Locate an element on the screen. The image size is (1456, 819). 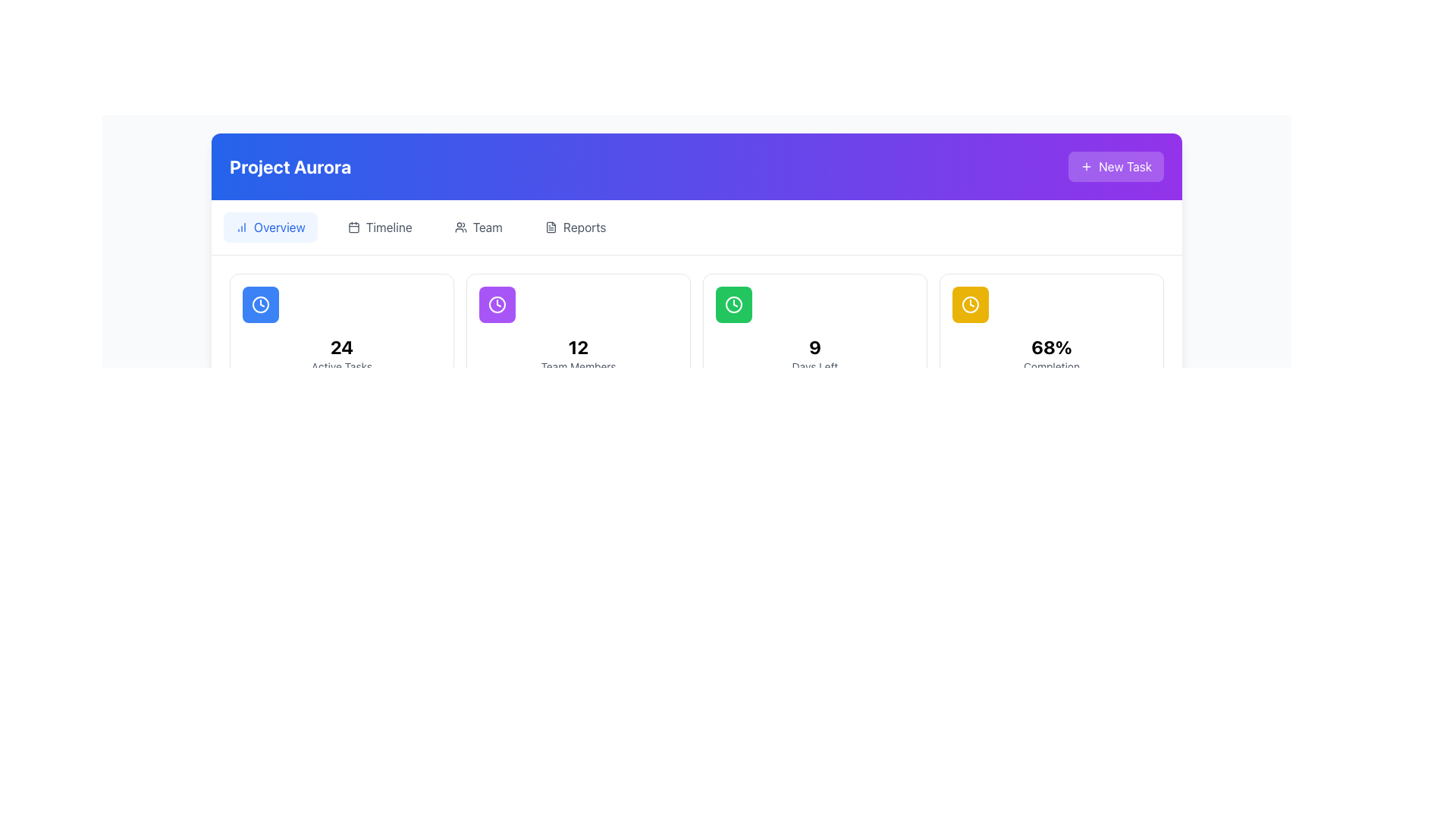
the Plus-shaped SVG Icon located within the 'New Task' button at the top-right corner of the interface is located at coordinates (1086, 166).